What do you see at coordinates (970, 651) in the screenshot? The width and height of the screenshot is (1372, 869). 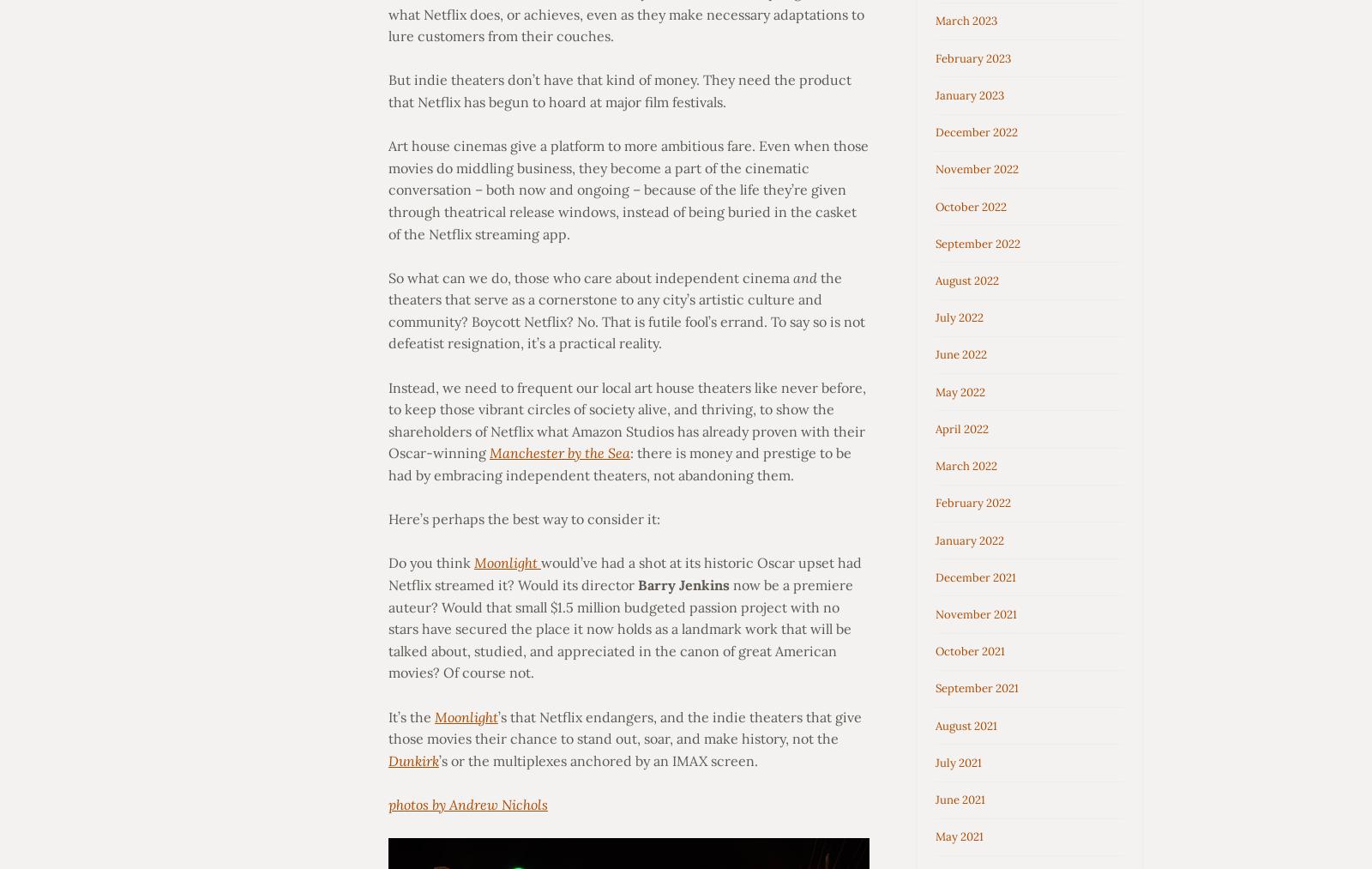 I see `'October 2021'` at bounding box center [970, 651].